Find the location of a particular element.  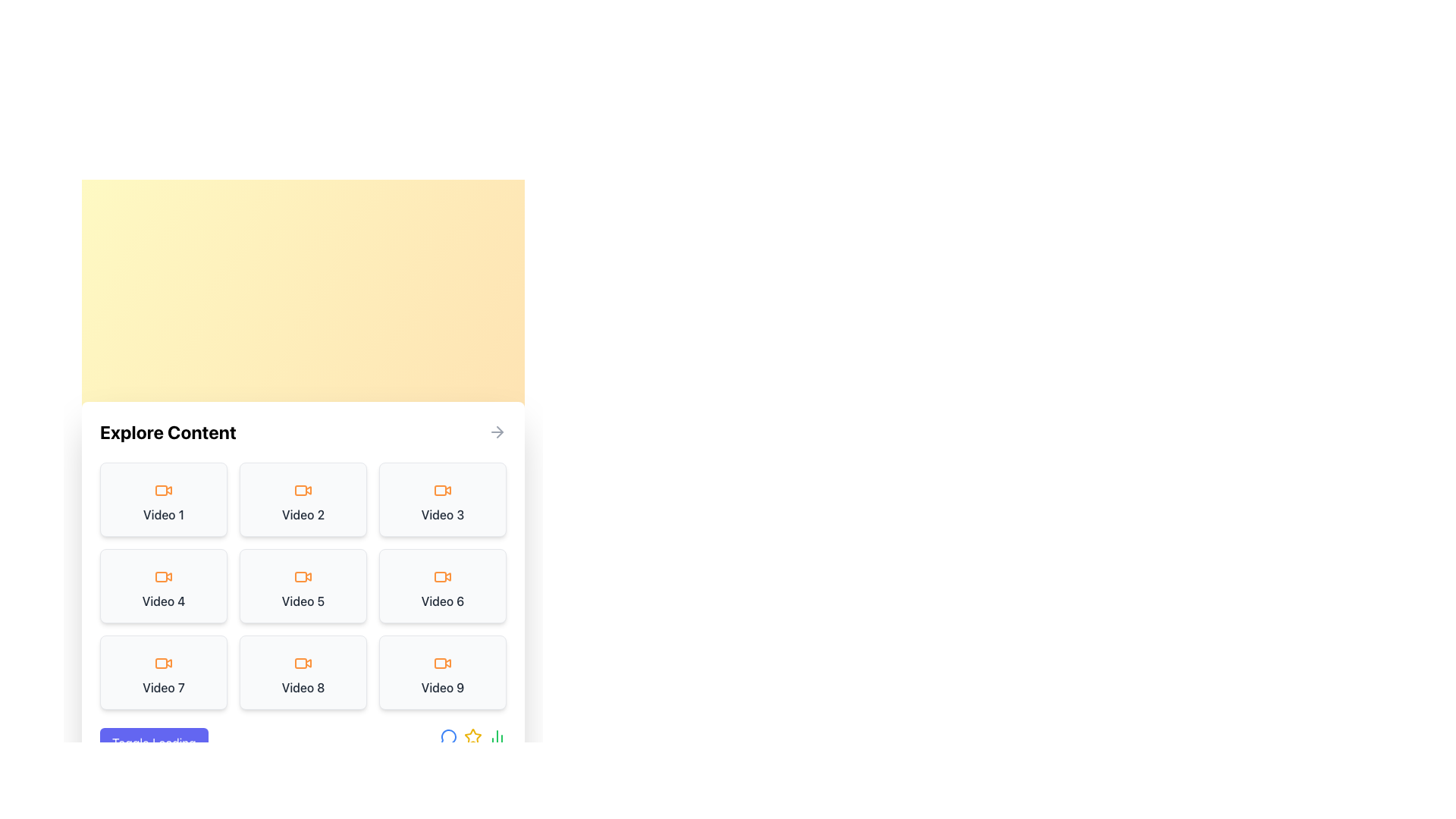

the static text label displaying 'Video 9' located at the bottom-right corner of the grid is located at coordinates (442, 687).